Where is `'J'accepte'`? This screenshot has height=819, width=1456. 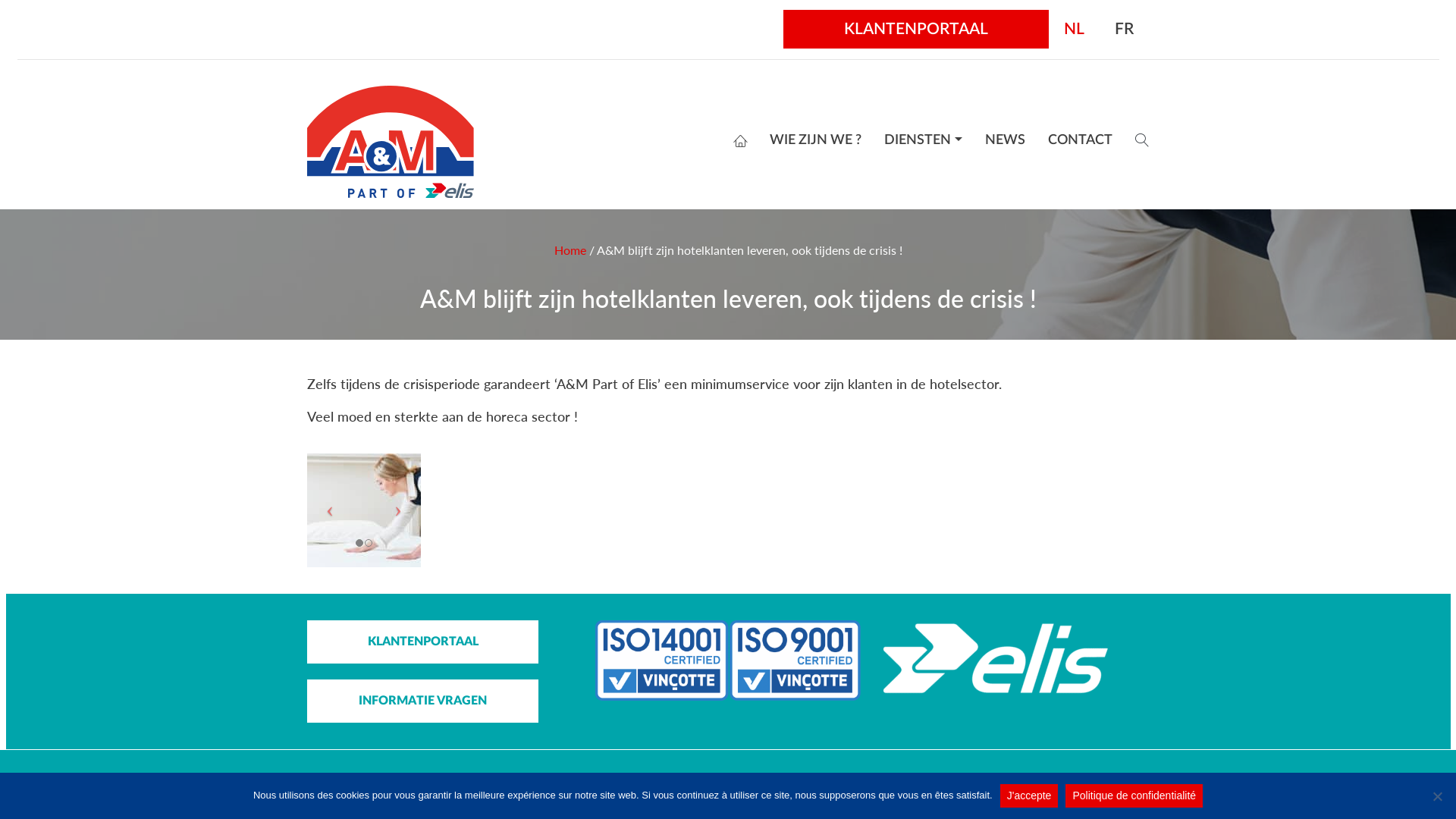 'J'accepte' is located at coordinates (1029, 795).